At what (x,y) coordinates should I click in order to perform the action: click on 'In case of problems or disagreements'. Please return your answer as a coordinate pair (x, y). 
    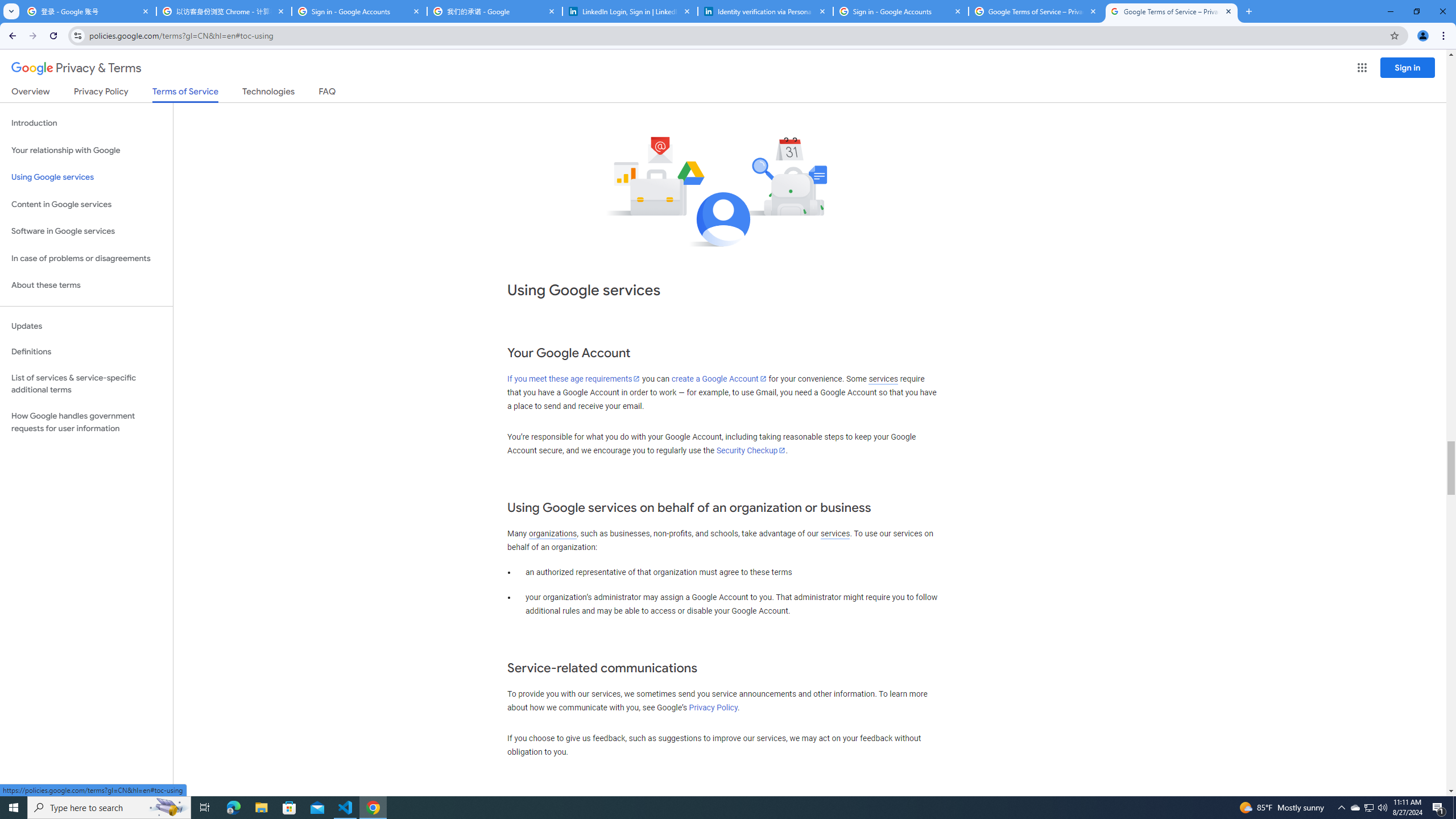
    Looking at the image, I should click on (86, 259).